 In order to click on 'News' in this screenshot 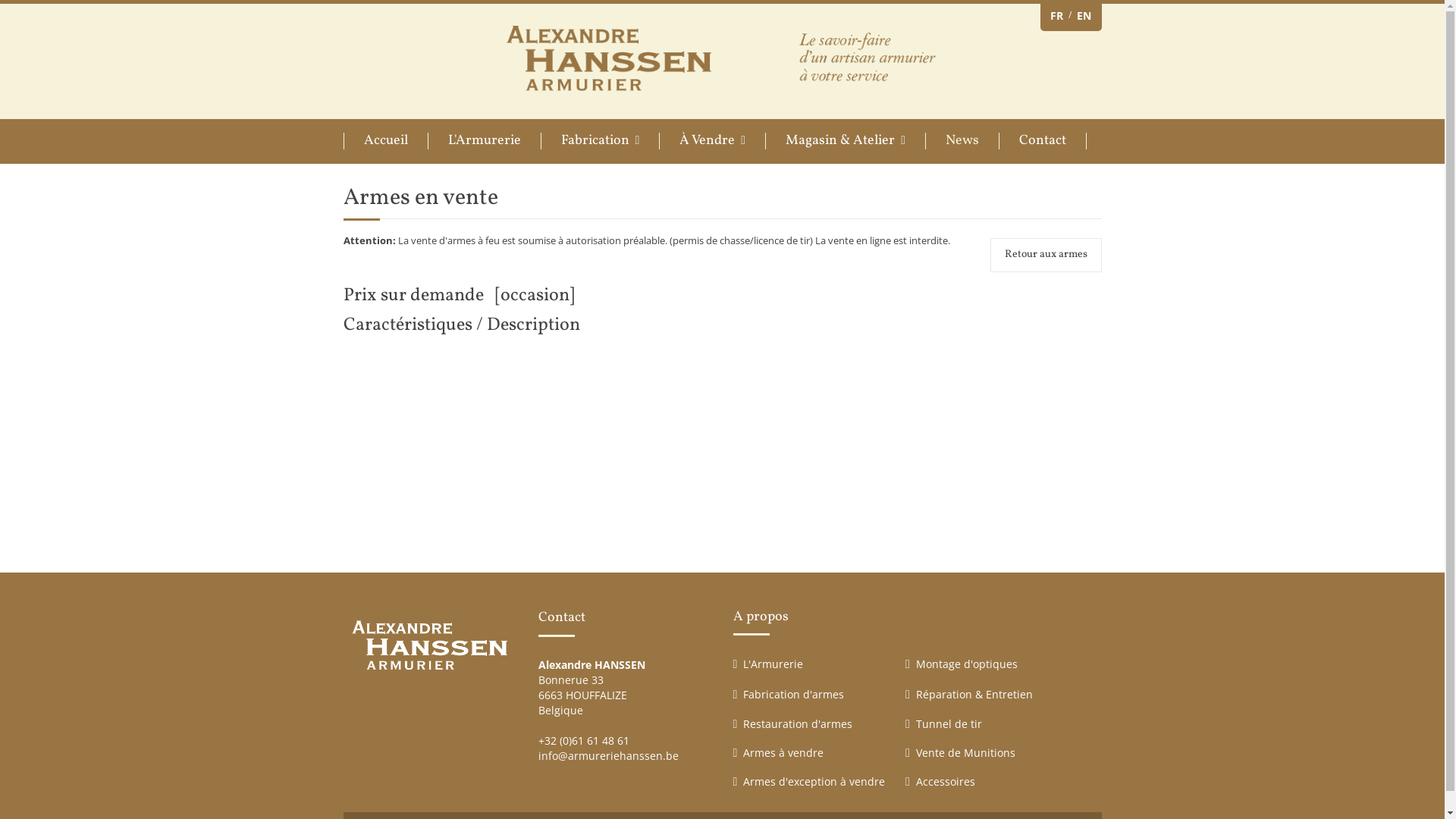, I will do `click(961, 140)`.